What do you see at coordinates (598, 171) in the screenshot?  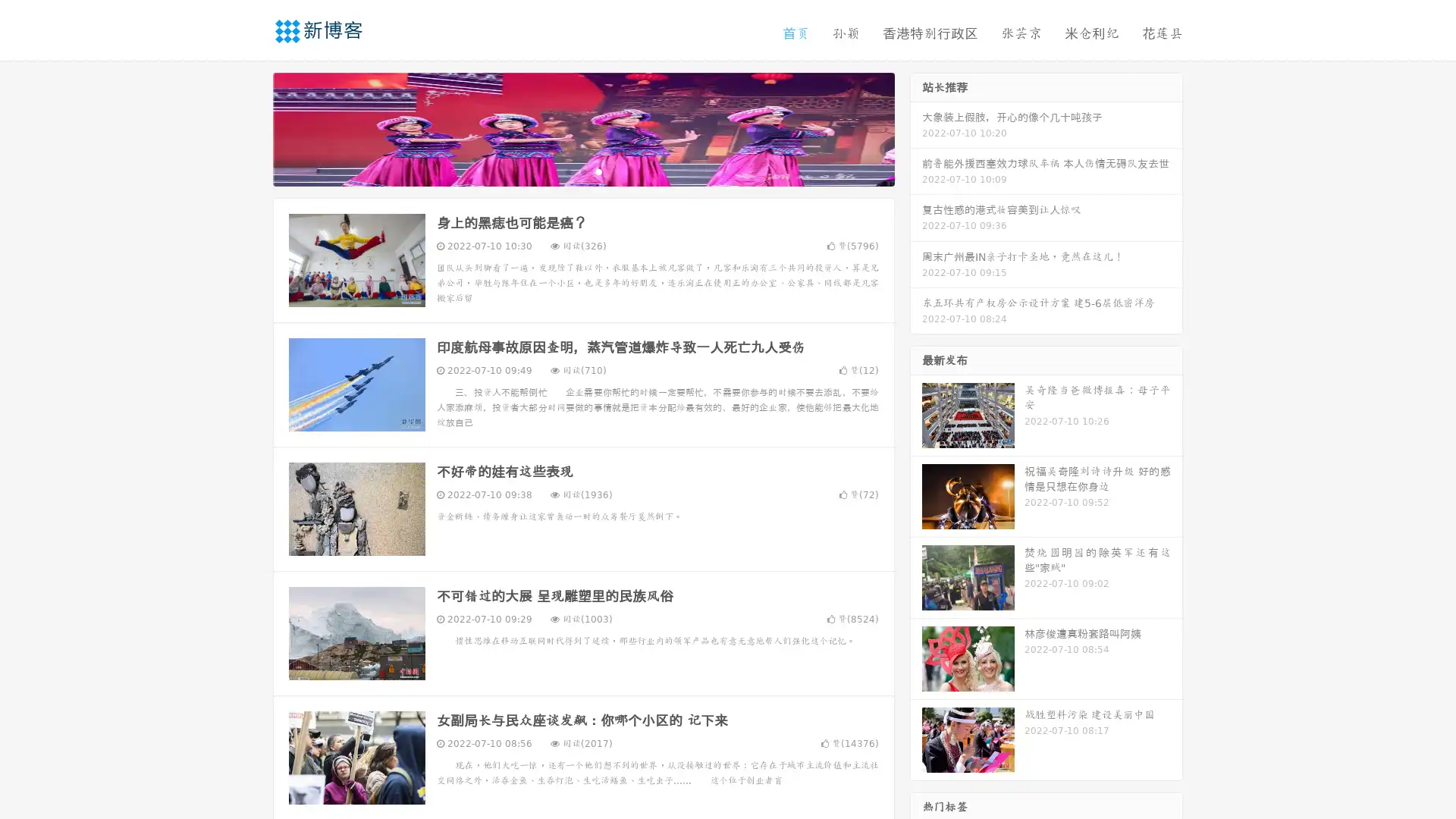 I see `Go to slide 3` at bounding box center [598, 171].